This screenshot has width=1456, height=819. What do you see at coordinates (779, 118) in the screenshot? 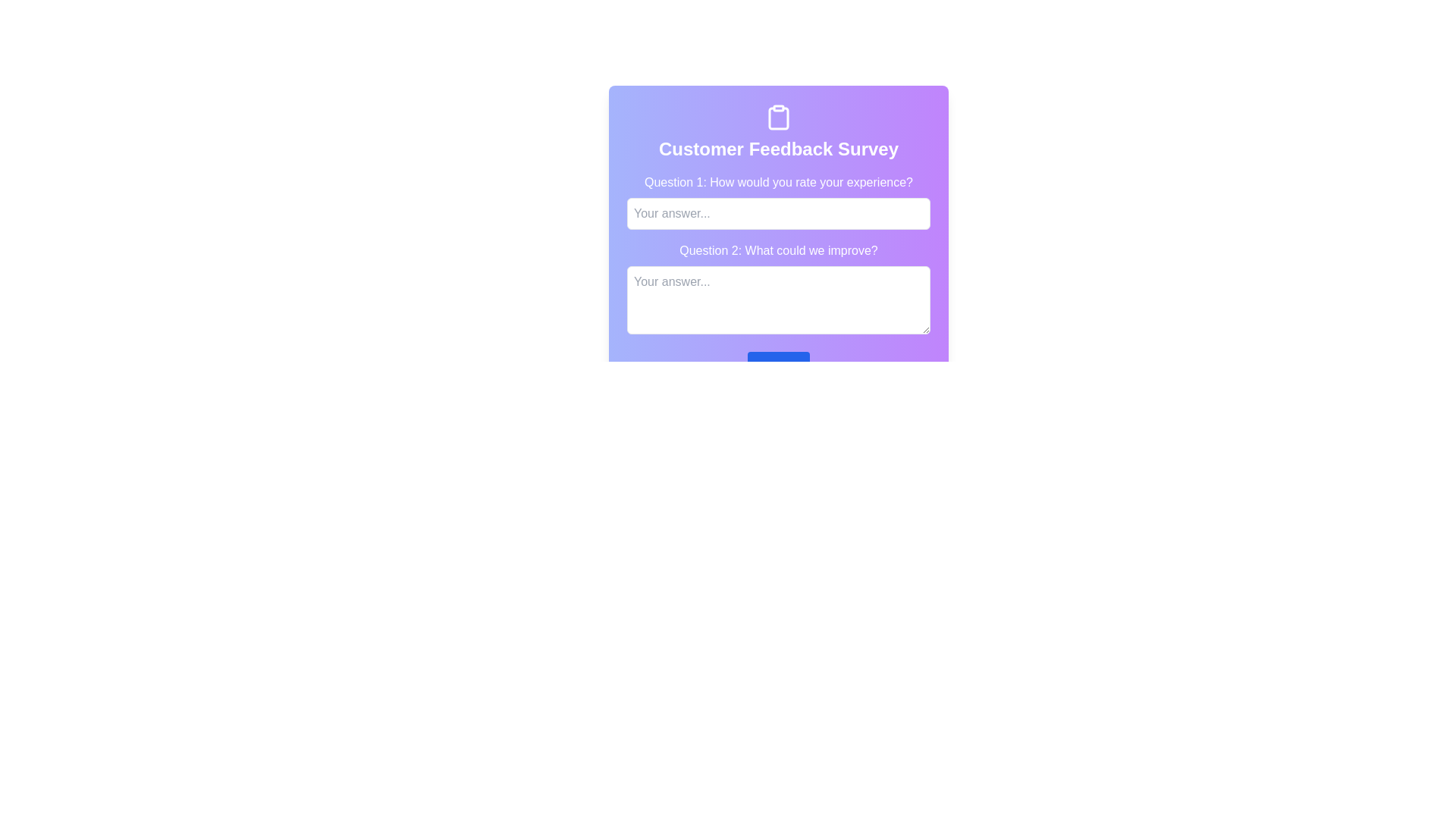
I see `the decorative icon located above the 'Customer Feedback Survey' heading at the top of the survey interface` at bounding box center [779, 118].